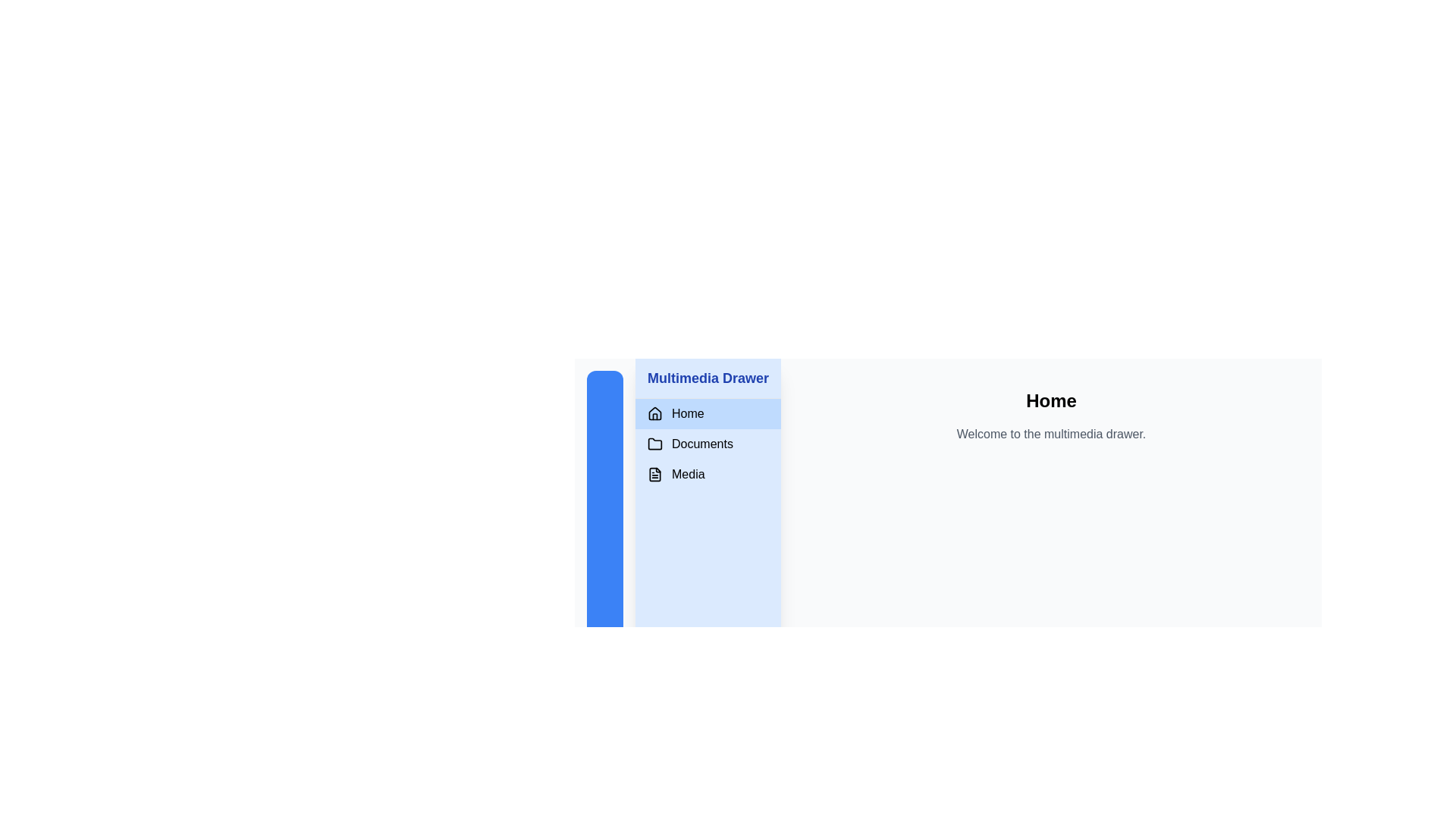 The height and width of the screenshot is (819, 1456). What do you see at coordinates (655, 444) in the screenshot?
I see `the small abstract folder icon located under the 'Documents' label in the left navigation drawer` at bounding box center [655, 444].